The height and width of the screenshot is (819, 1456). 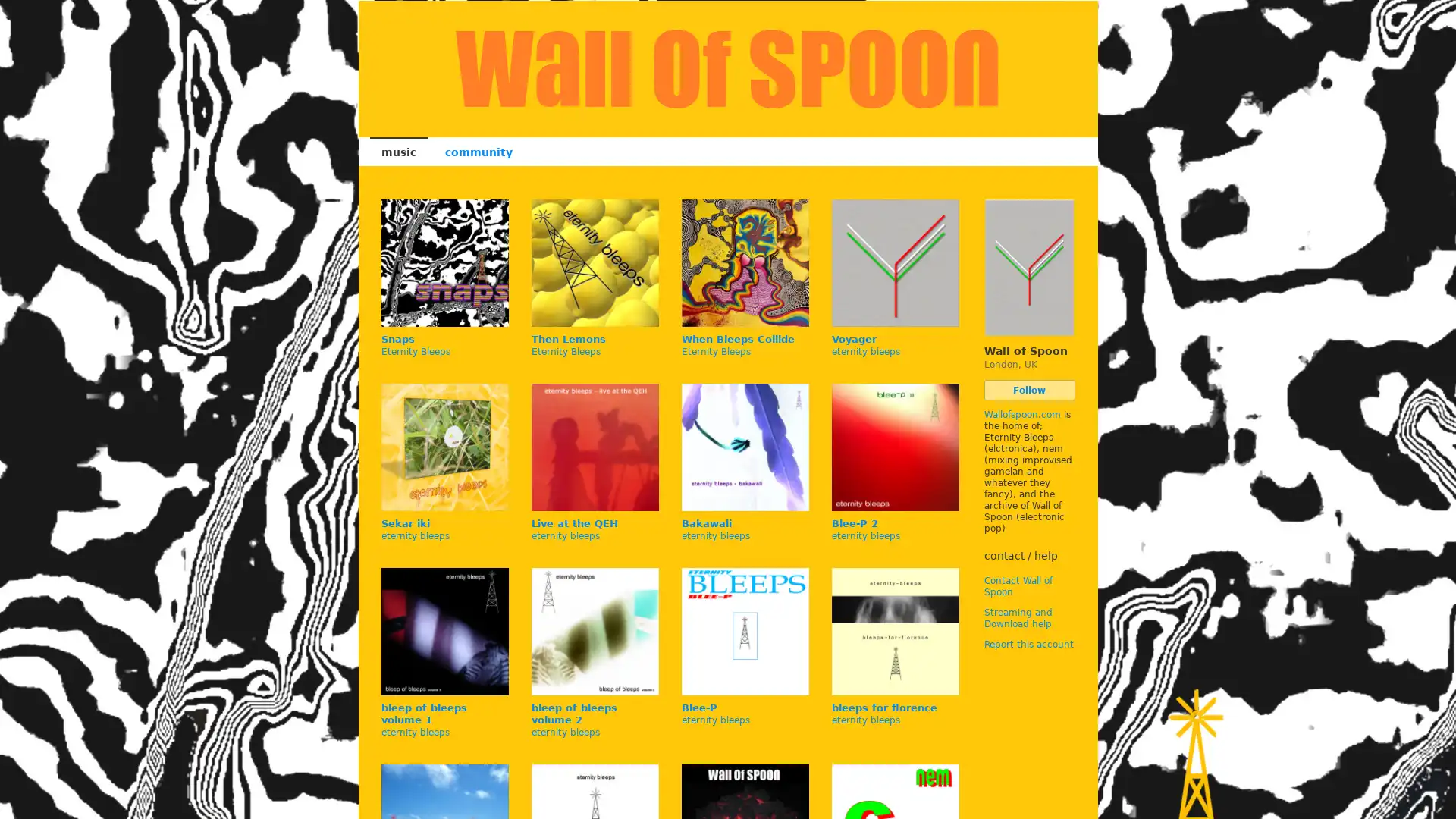 I want to click on Follow, so click(x=1029, y=389).